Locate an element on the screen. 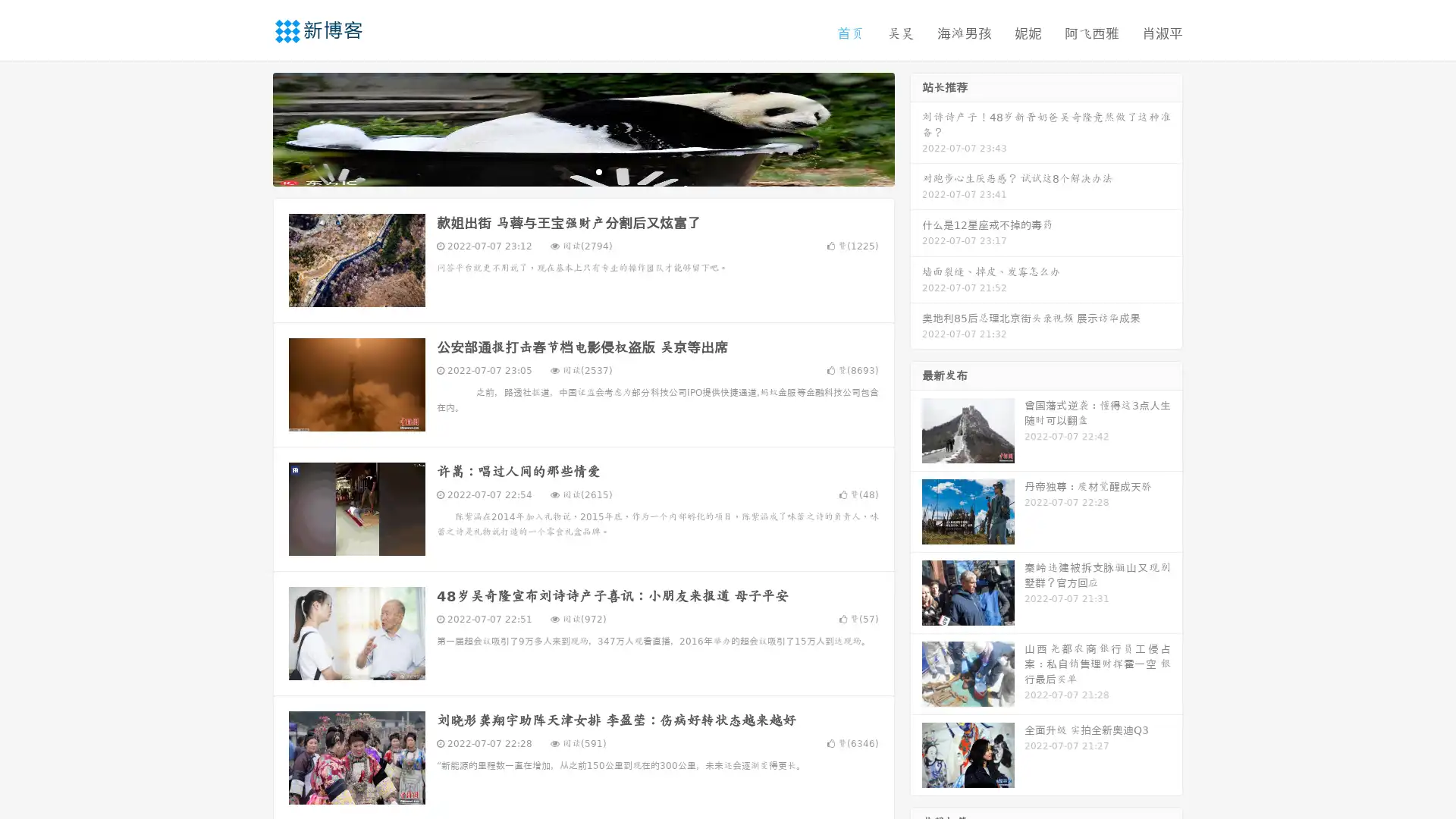  Previous slide is located at coordinates (250, 127).